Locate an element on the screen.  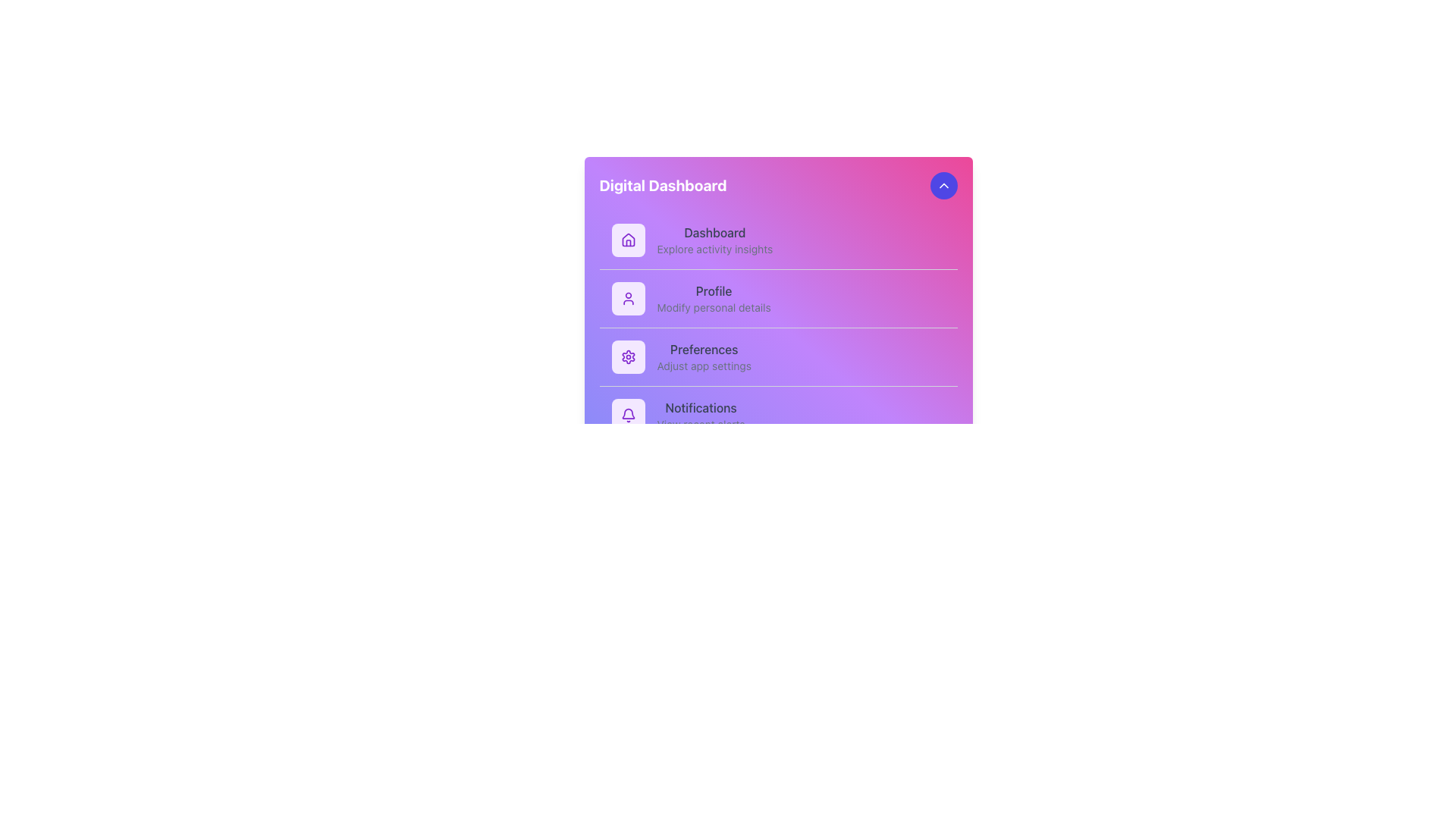
the static text element displaying 'View recent alerts', which is located directly beneath the 'Notifications' label in a vertically stacked menu on the right side of the UI is located at coordinates (700, 424).